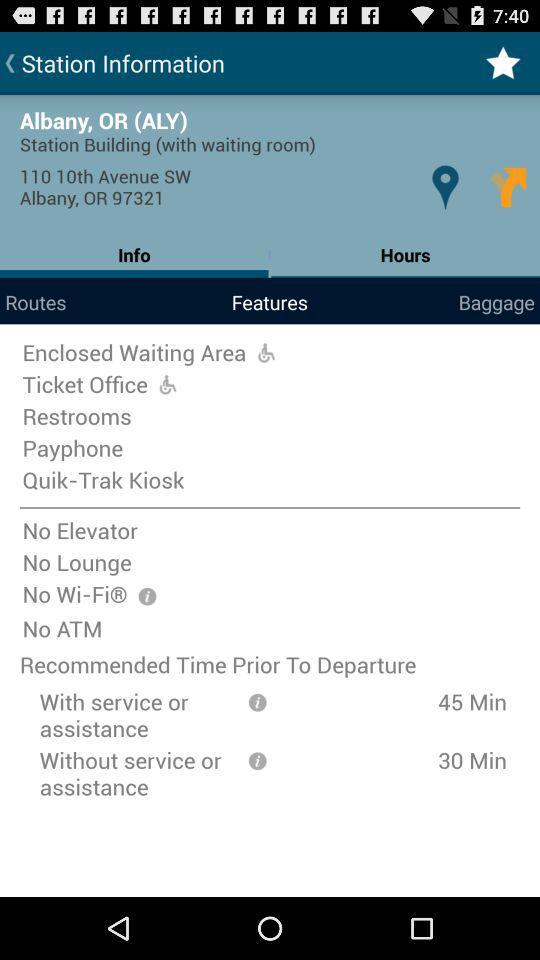 The image size is (540, 960). Describe the element at coordinates (257, 812) in the screenshot. I see `the info icon` at that location.